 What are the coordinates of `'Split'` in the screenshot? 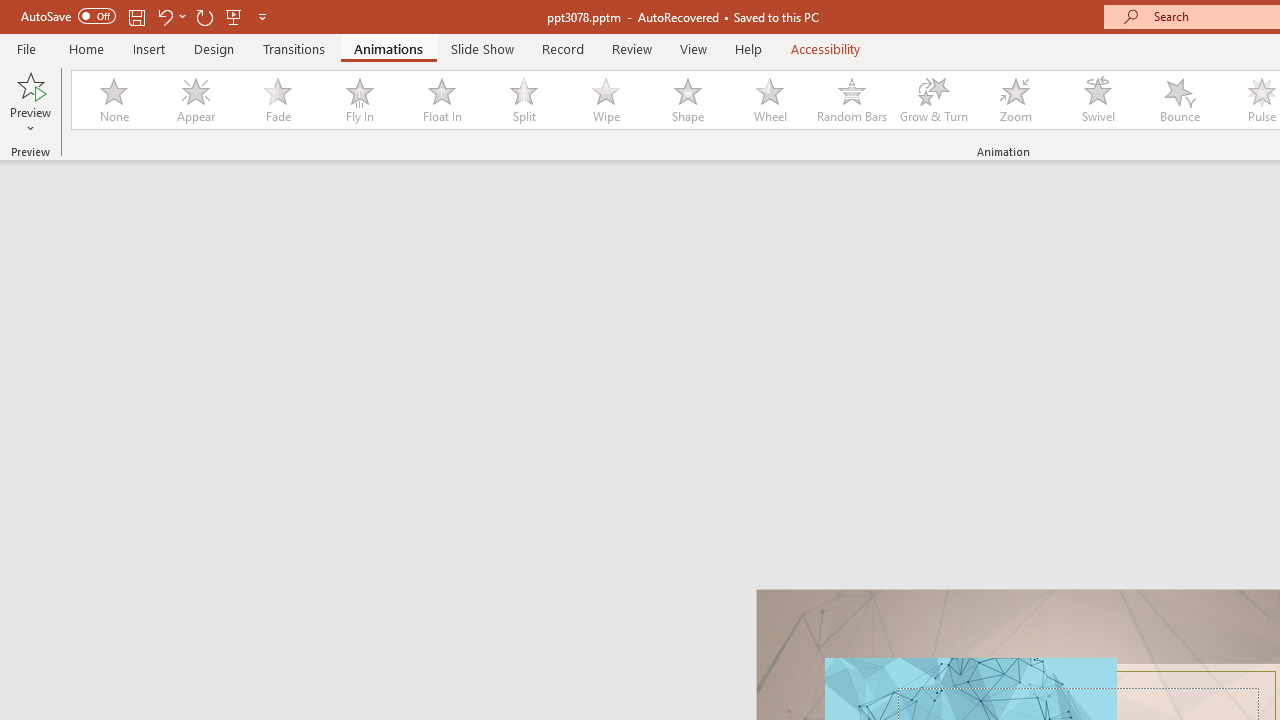 It's located at (523, 100).